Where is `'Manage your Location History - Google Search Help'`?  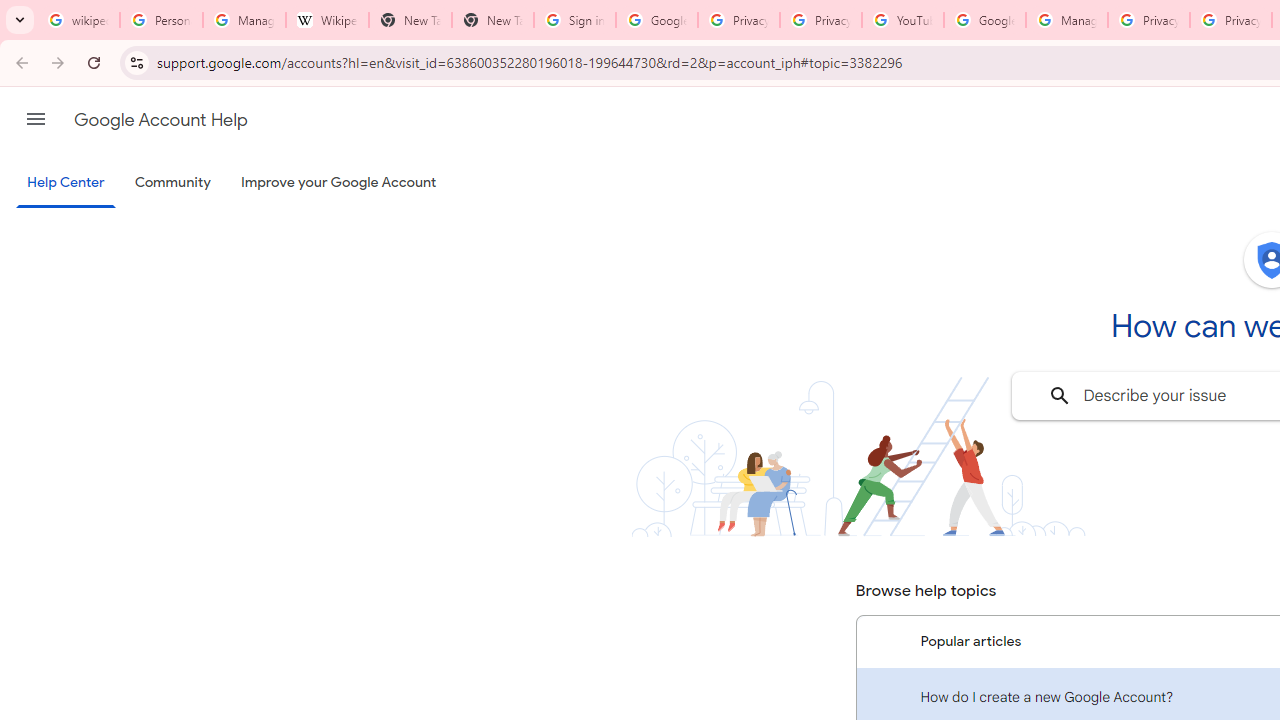 'Manage your Location History - Google Search Help' is located at coordinates (243, 20).